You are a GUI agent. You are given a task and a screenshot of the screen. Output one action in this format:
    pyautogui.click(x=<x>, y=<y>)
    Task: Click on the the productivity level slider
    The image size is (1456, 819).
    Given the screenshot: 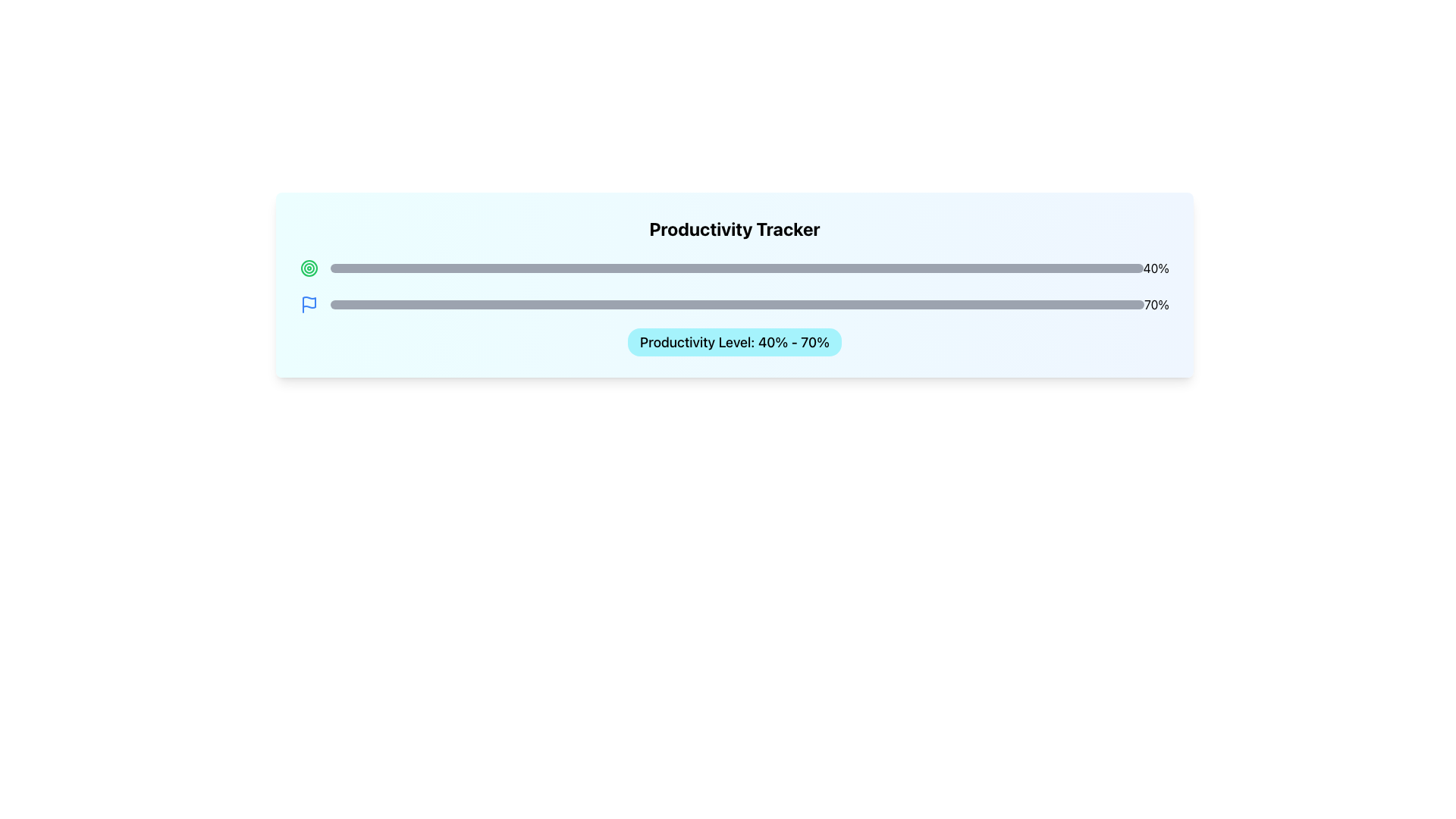 What is the action you would take?
    pyautogui.click(x=817, y=268)
    